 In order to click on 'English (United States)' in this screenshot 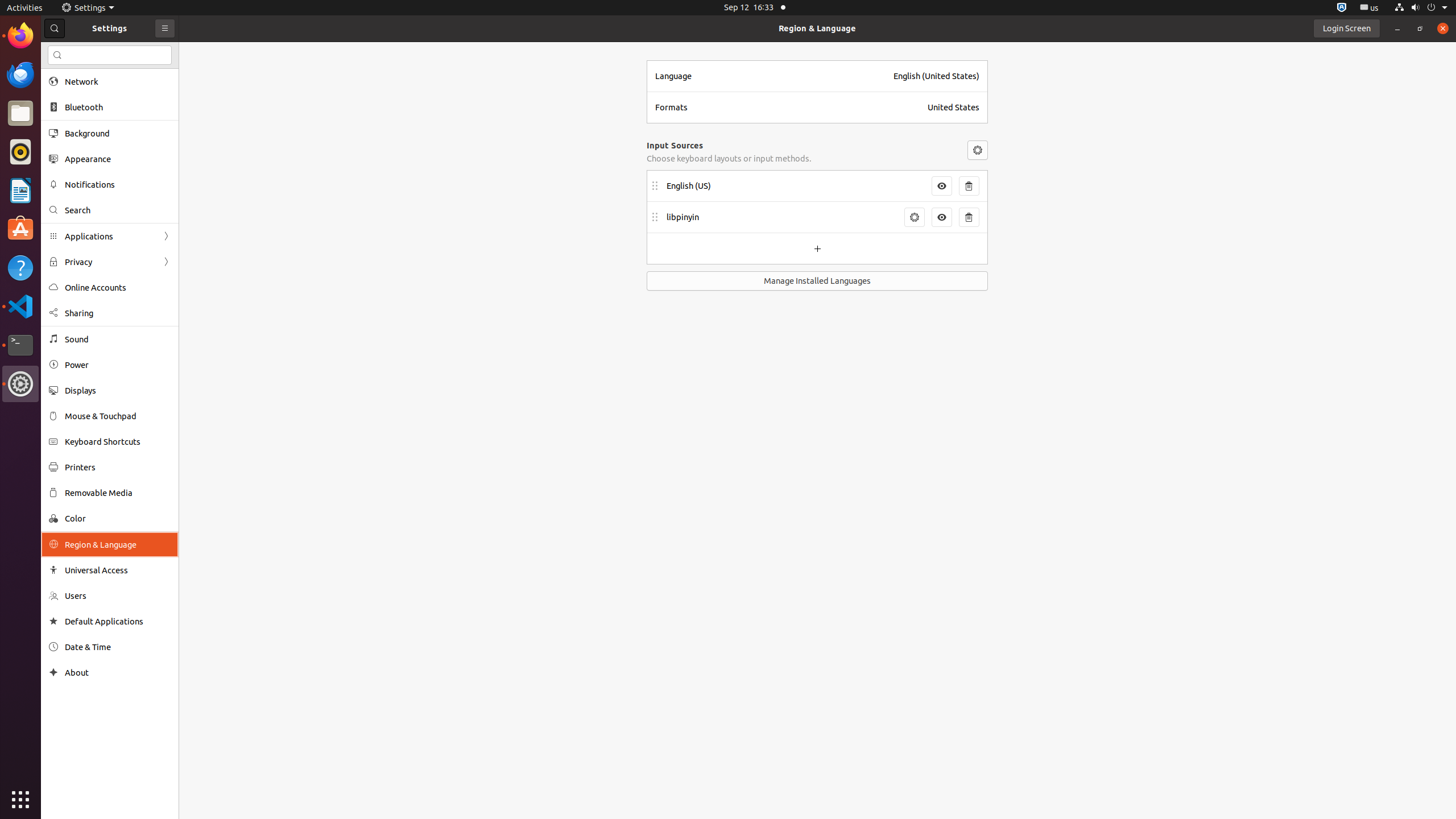, I will do `click(936, 76)`.